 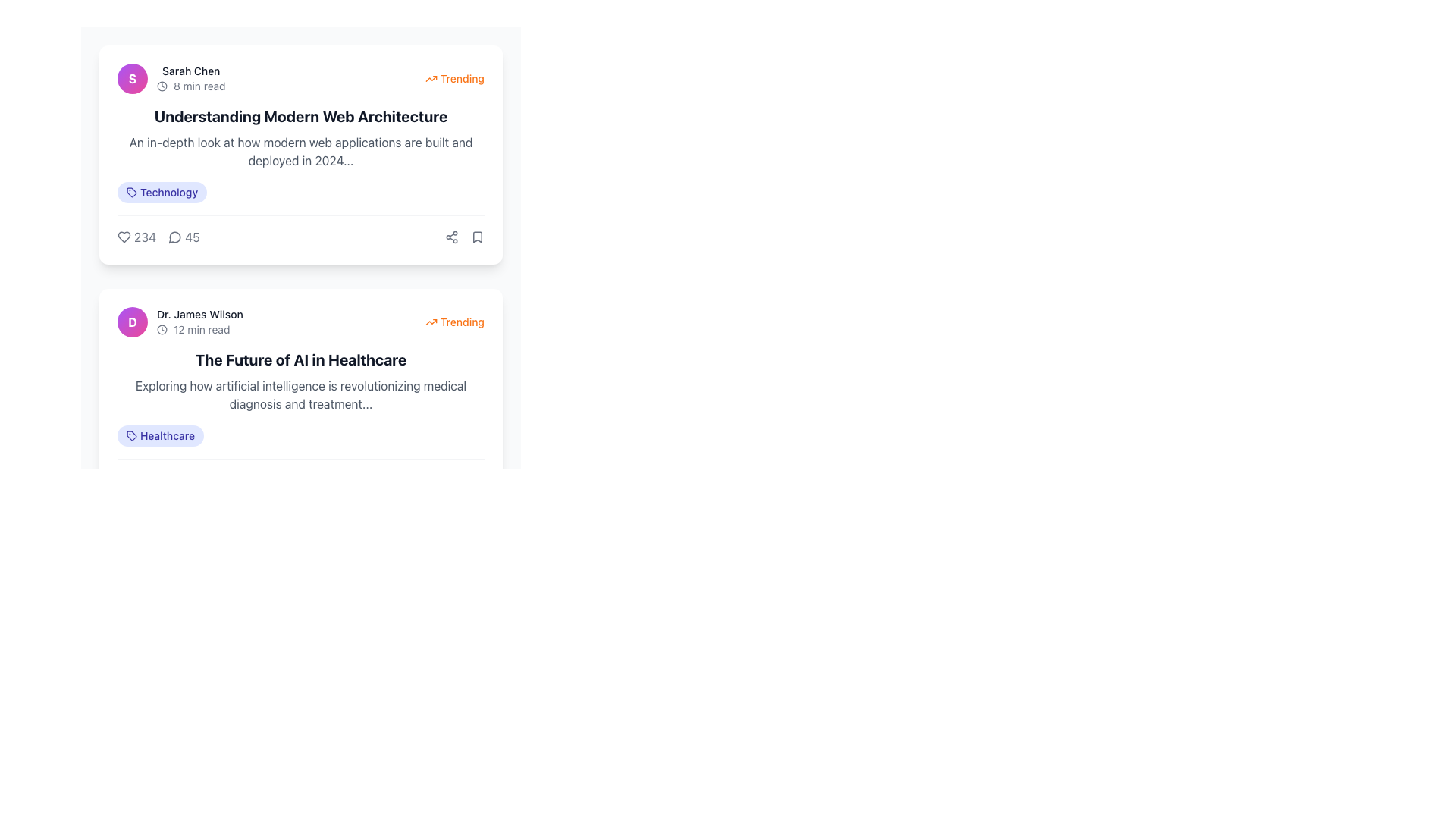 I want to click on the static text label displaying 'Dr. James Wilson', which is located below the avatar and above the clock icon in the second card of the vertically stacked list layout, so click(x=199, y=314).